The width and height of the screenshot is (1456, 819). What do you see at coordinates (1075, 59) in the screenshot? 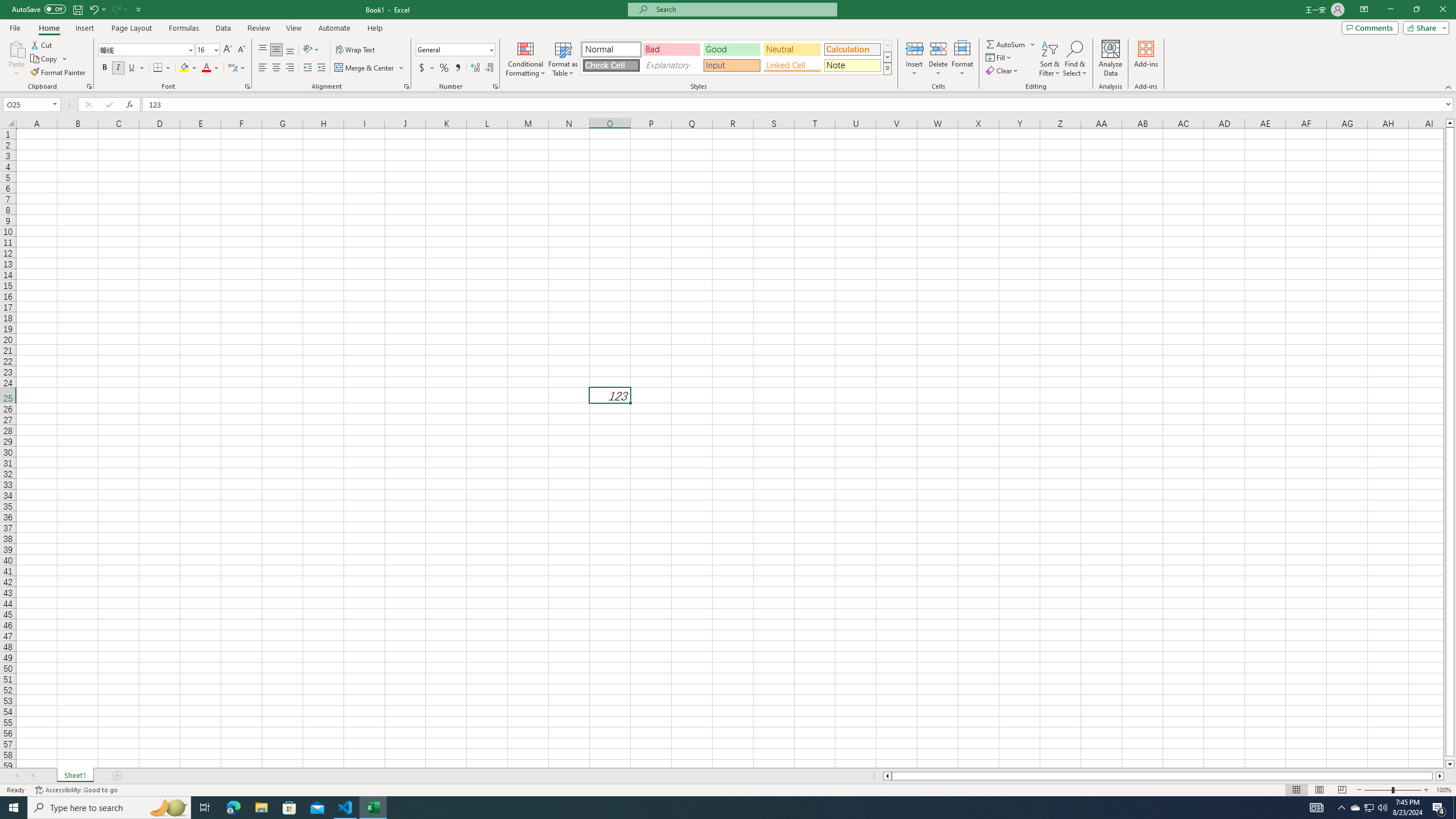
I see `'Find & Select'` at bounding box center [1075, 59].